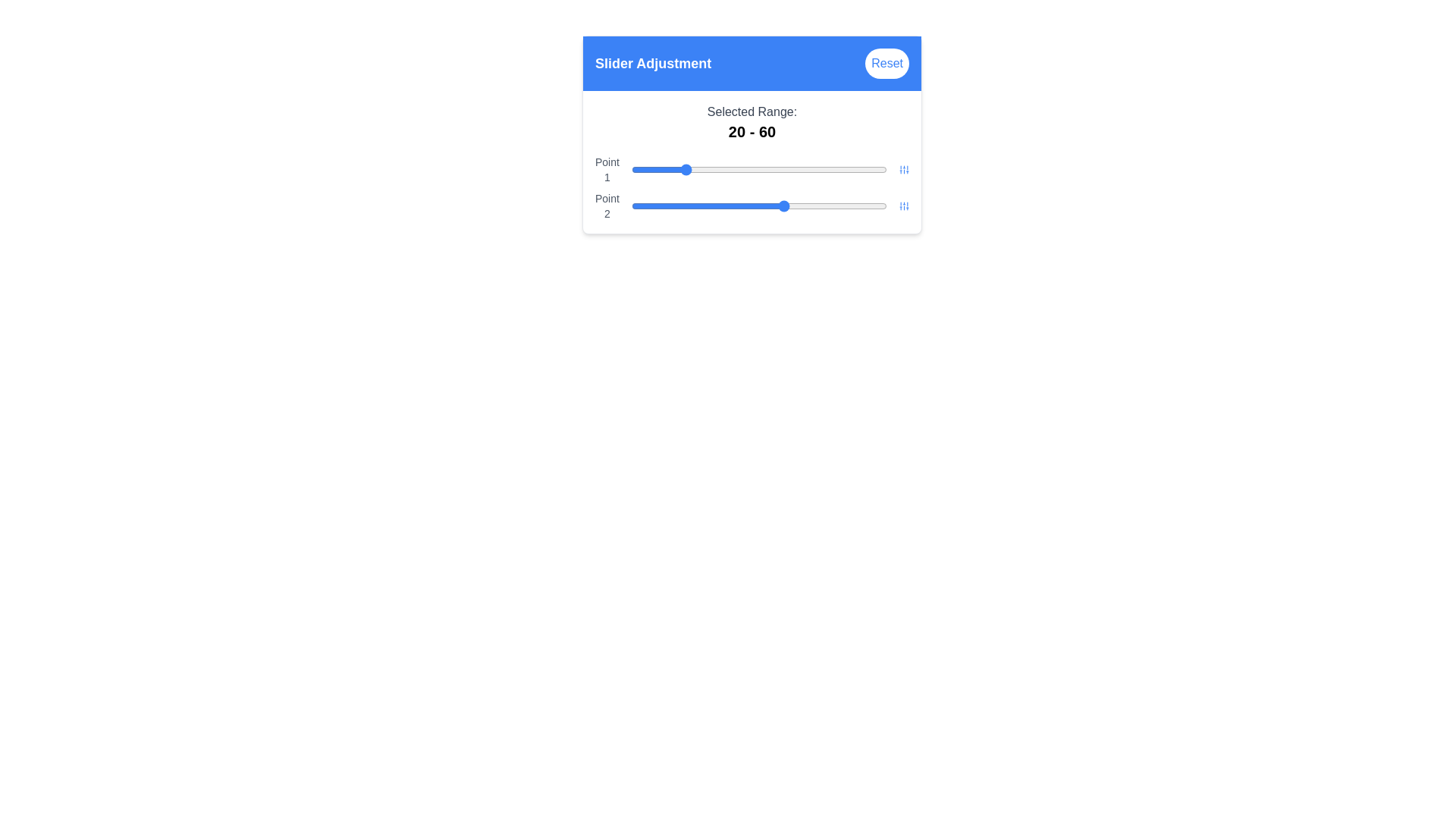 The image size is (1456, 819). What do you see at coordinates (720, 206) in the screenshot?
I see `the slider` at bounding box center [720, 206].